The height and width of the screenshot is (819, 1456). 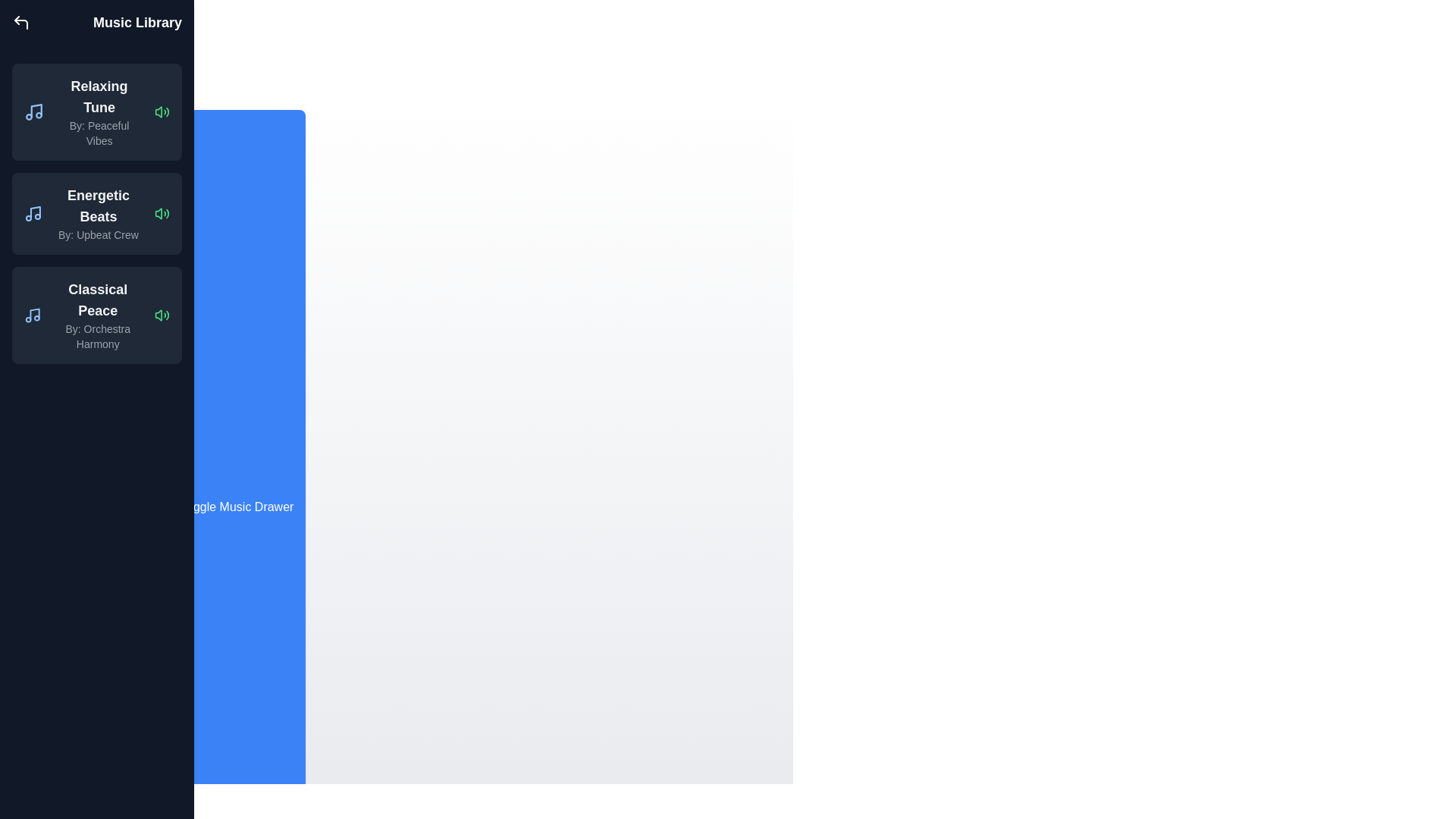 I want to click on the 'Toggle Music Drawer' button to toggle the visibility of the music drawer, so click(x=236, y=507).